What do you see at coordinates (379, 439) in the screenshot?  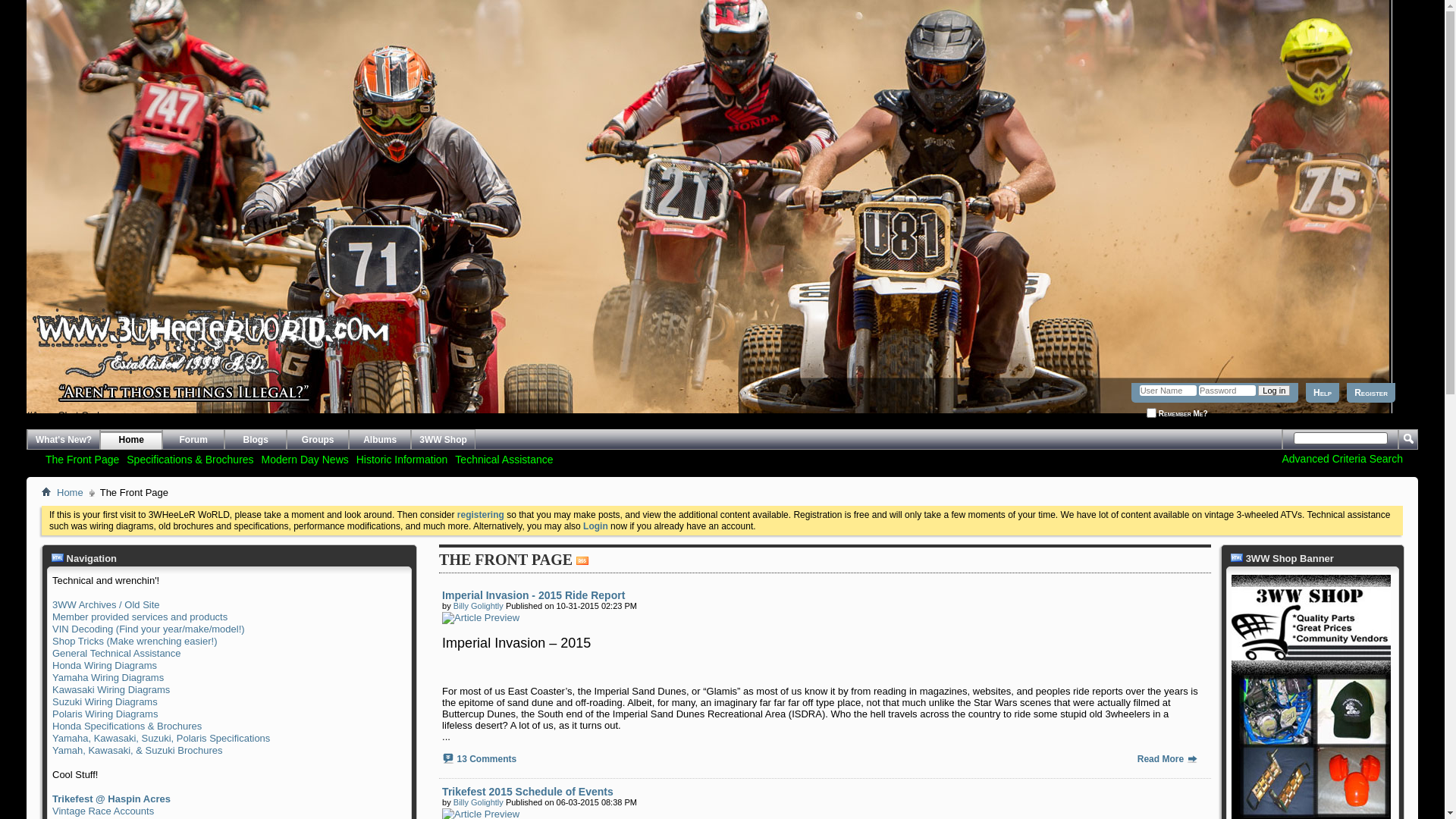 I see `'Albums'` at bounding box center [379, 439].